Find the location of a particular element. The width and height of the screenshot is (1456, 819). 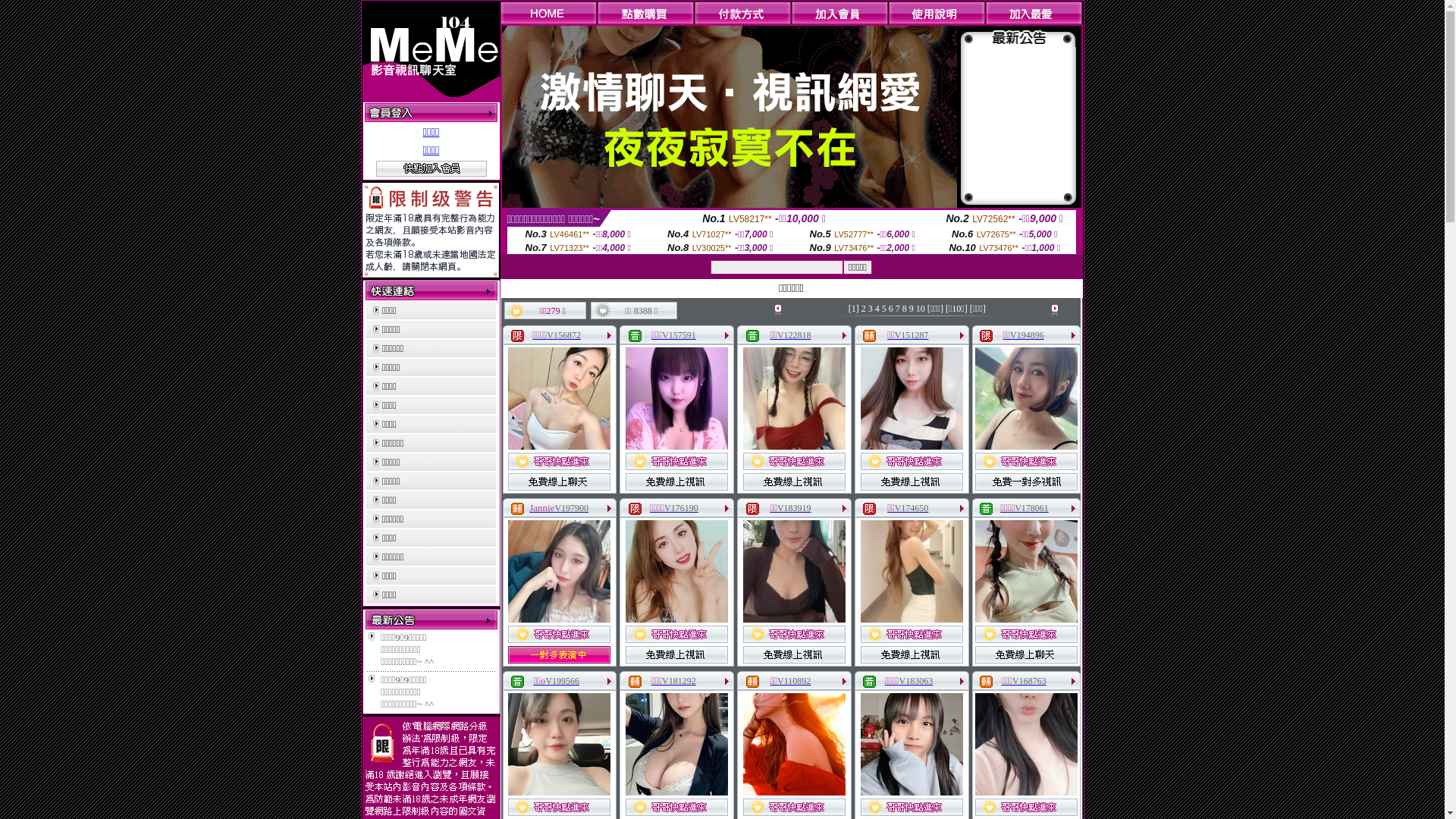

'V151287' is located at coordinates (911, 334).